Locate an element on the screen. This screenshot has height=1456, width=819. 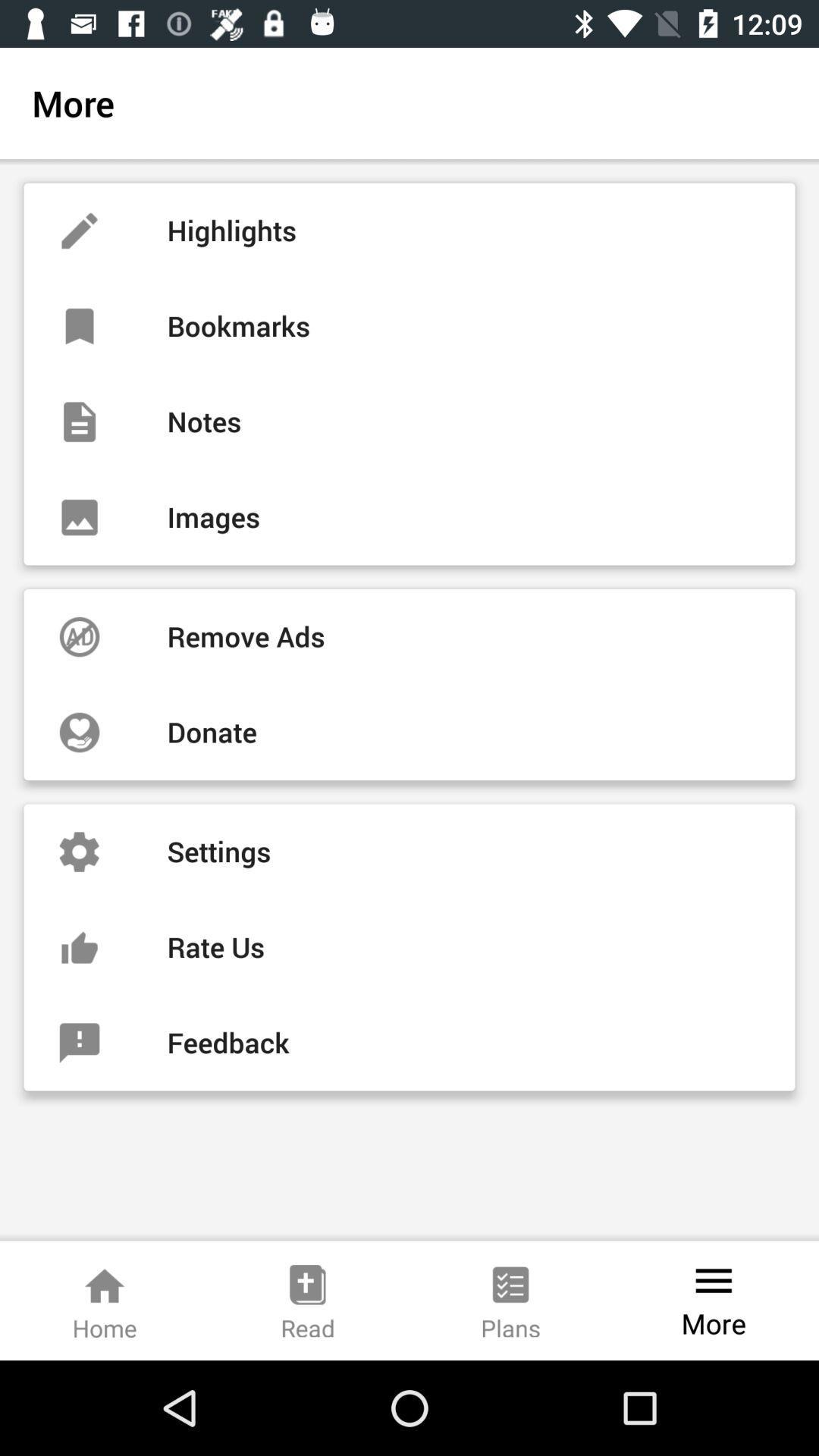
the icon below the donate is located at coordinates (409, 852).